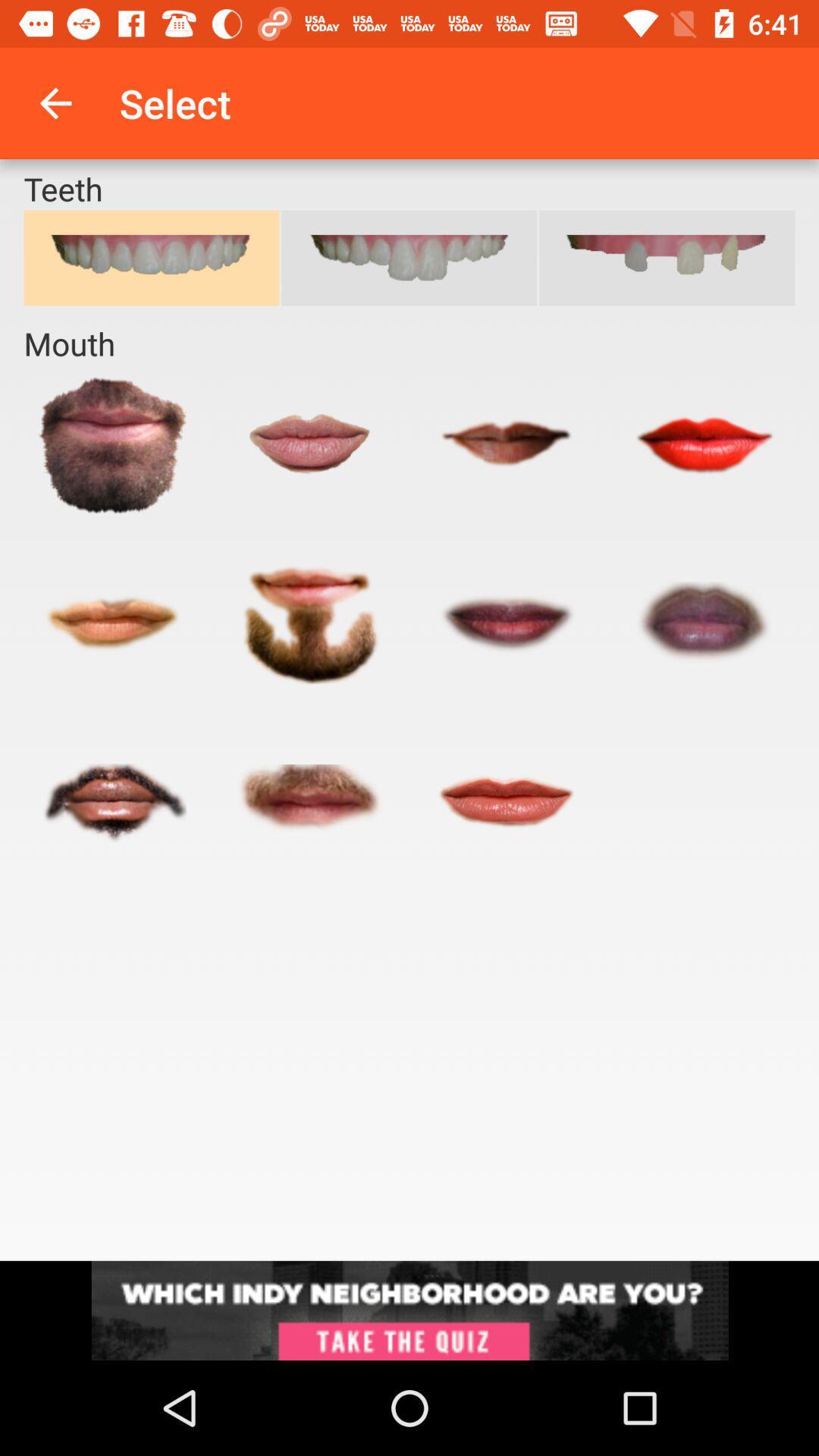 The width and height of the screenshot is (819, 1456). What do you see at coordinates (408, 258) in the screenshot?
I see `the cart icon` at bounding box center [408, 258].